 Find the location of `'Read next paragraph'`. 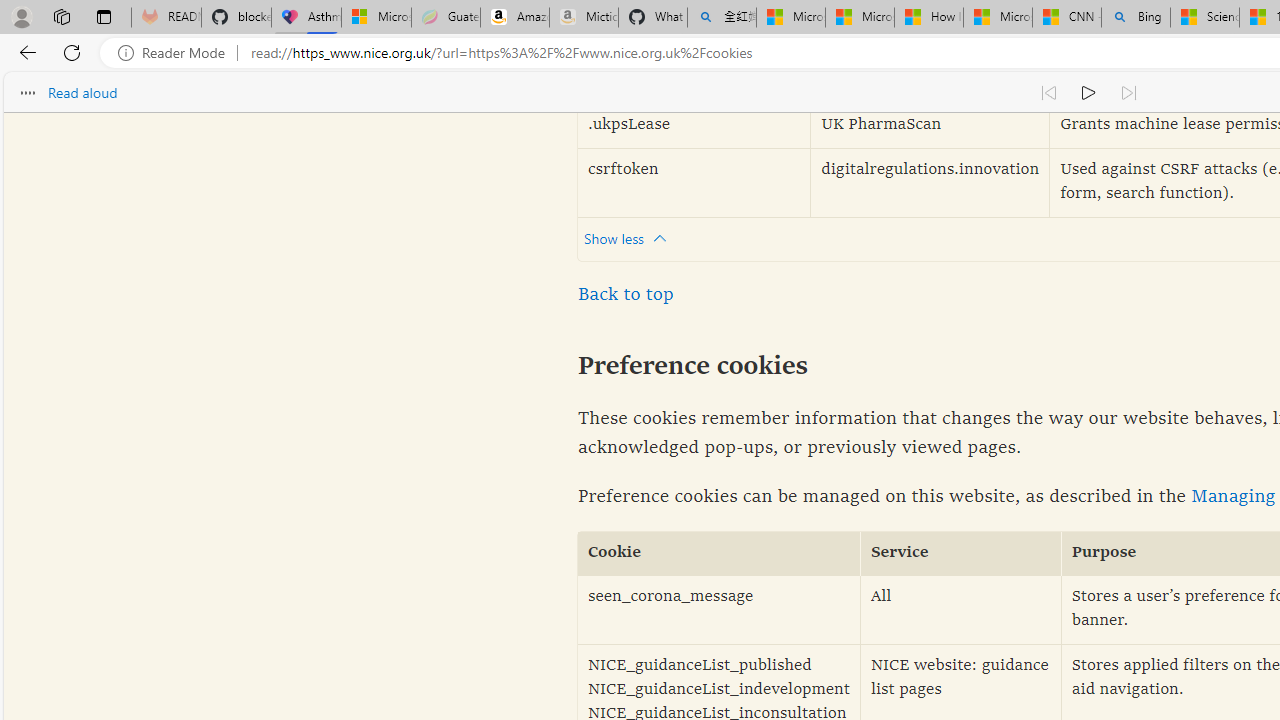

'Read next paragraph' is located at coordinates (1128, 92).